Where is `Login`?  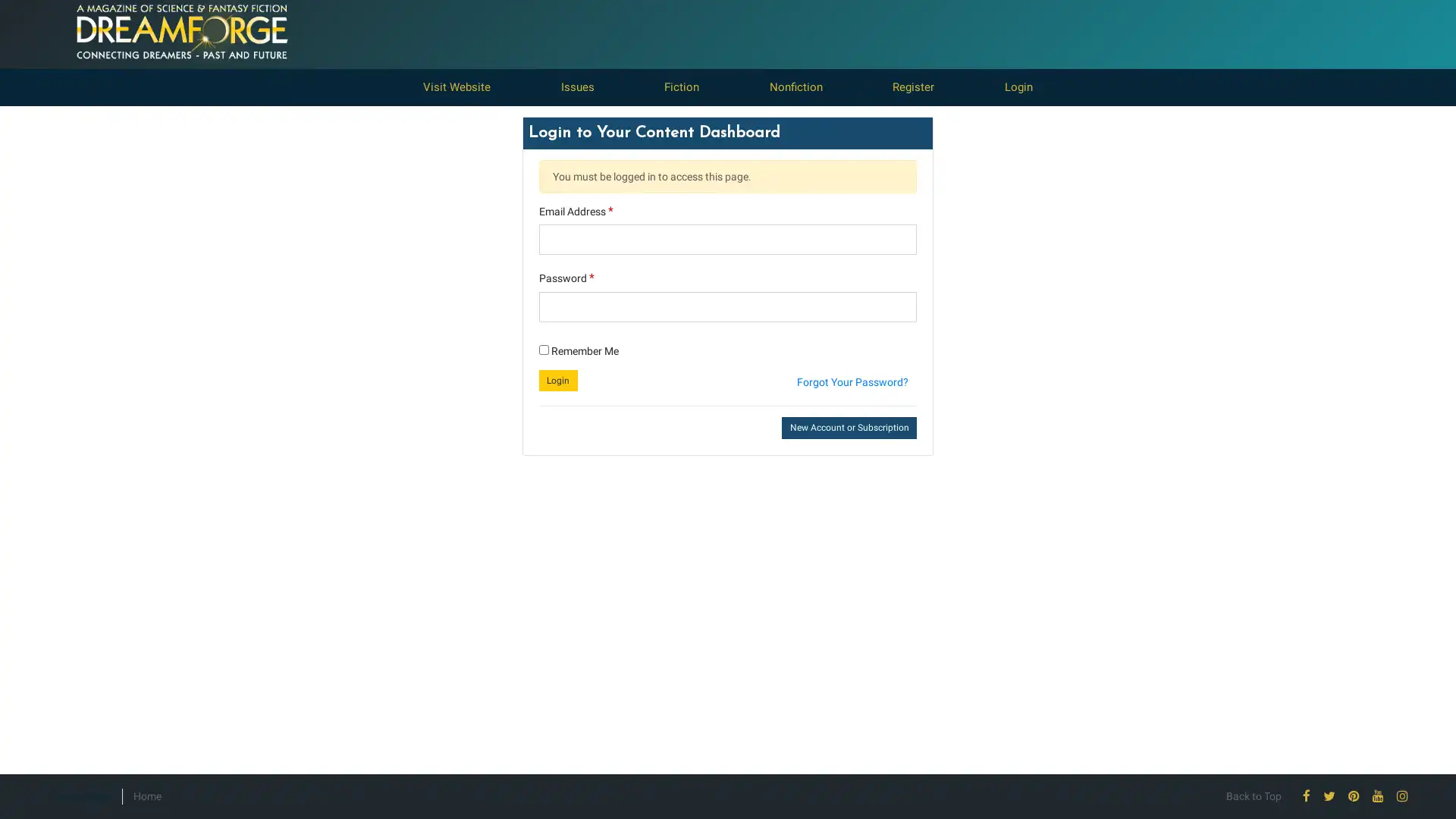 Login is located at coordinates (557, 379).